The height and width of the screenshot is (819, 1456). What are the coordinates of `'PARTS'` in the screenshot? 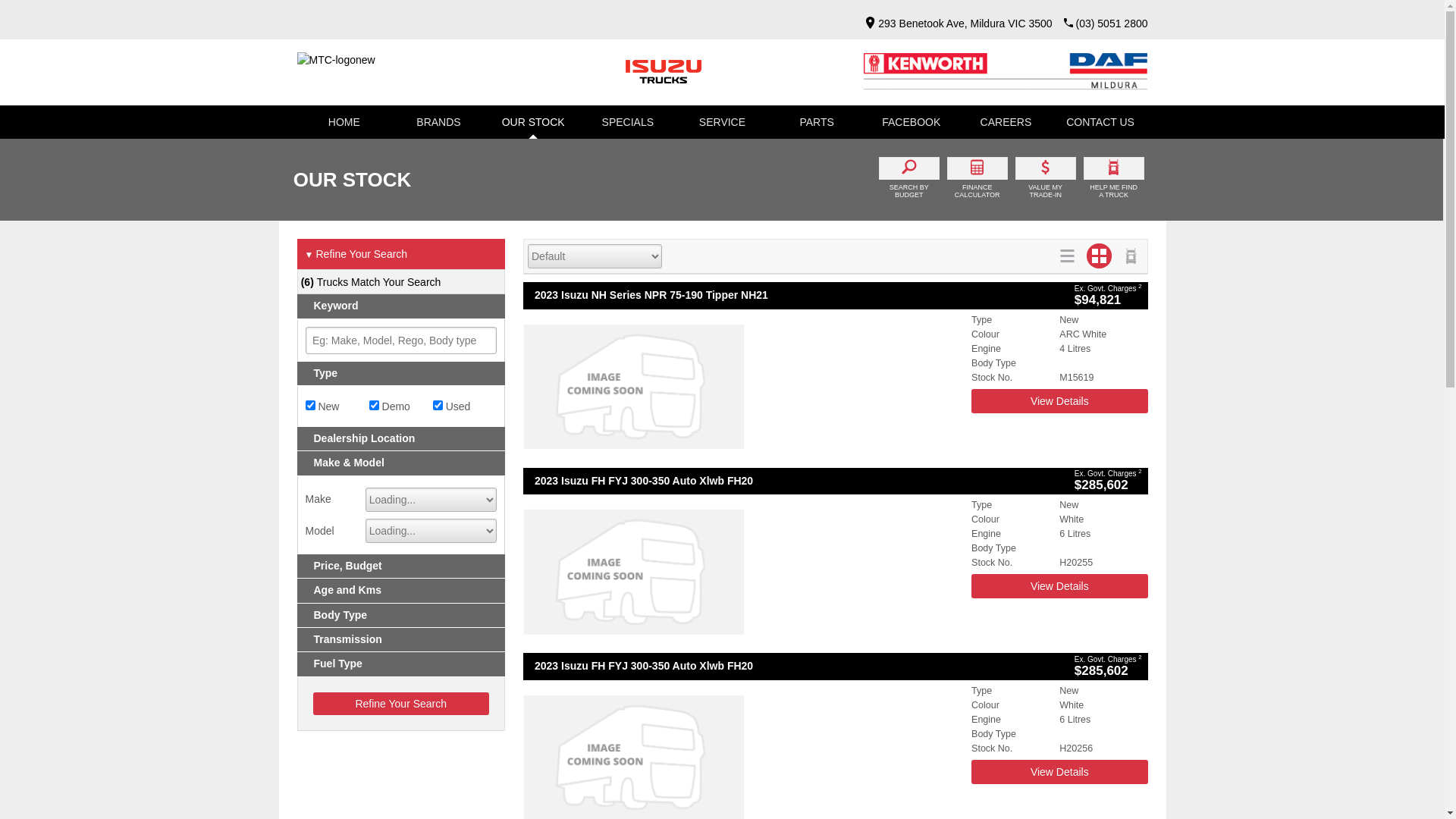 It's located at (816, 121).